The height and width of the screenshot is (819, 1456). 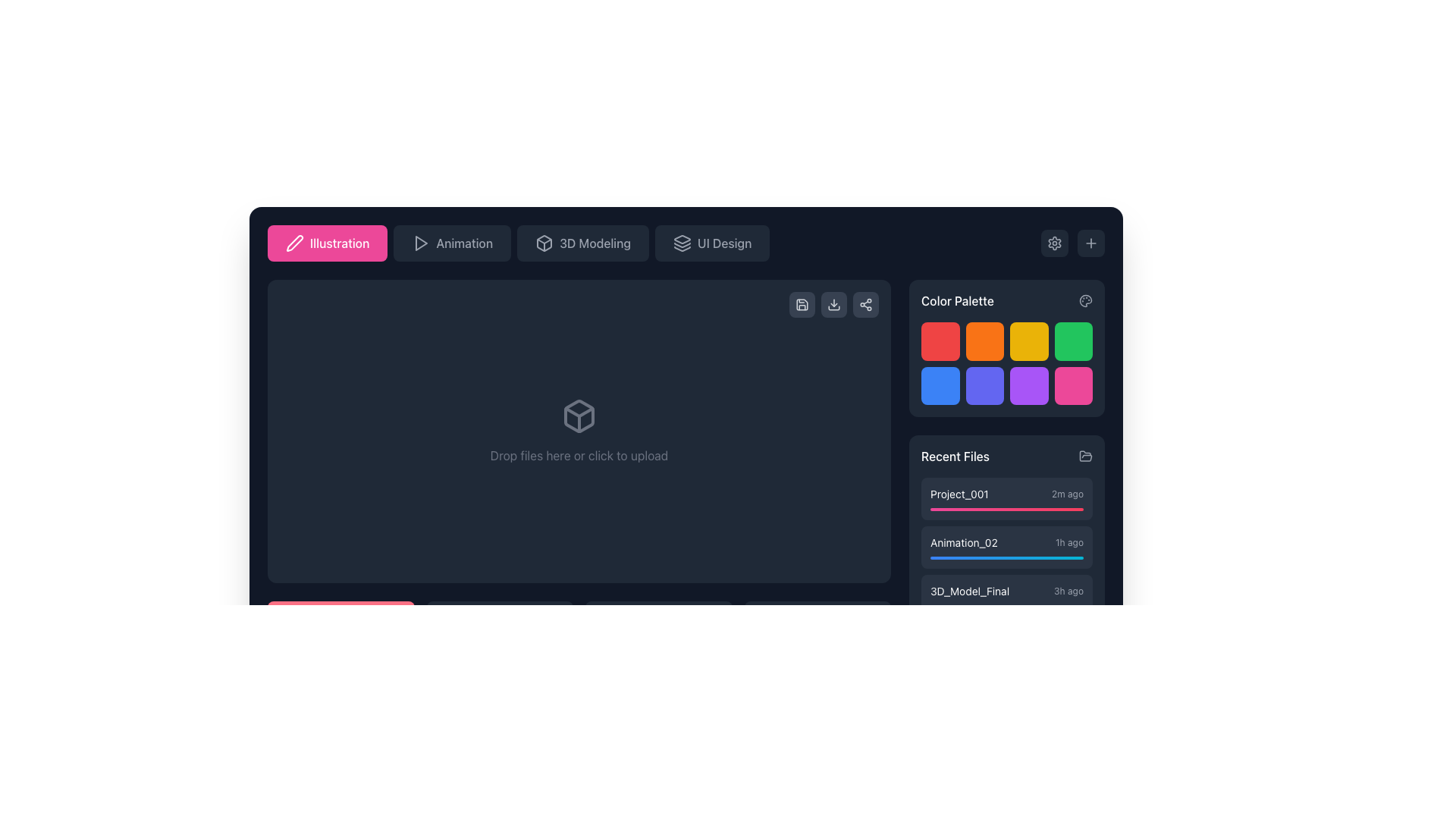 What do you see at coordinates (959, 494) in the screenshot?
I see `text content of the first Text label in the 'Recent Files' section, which serves as an identifier for a recent project or file` at bounding box center [959, 494].